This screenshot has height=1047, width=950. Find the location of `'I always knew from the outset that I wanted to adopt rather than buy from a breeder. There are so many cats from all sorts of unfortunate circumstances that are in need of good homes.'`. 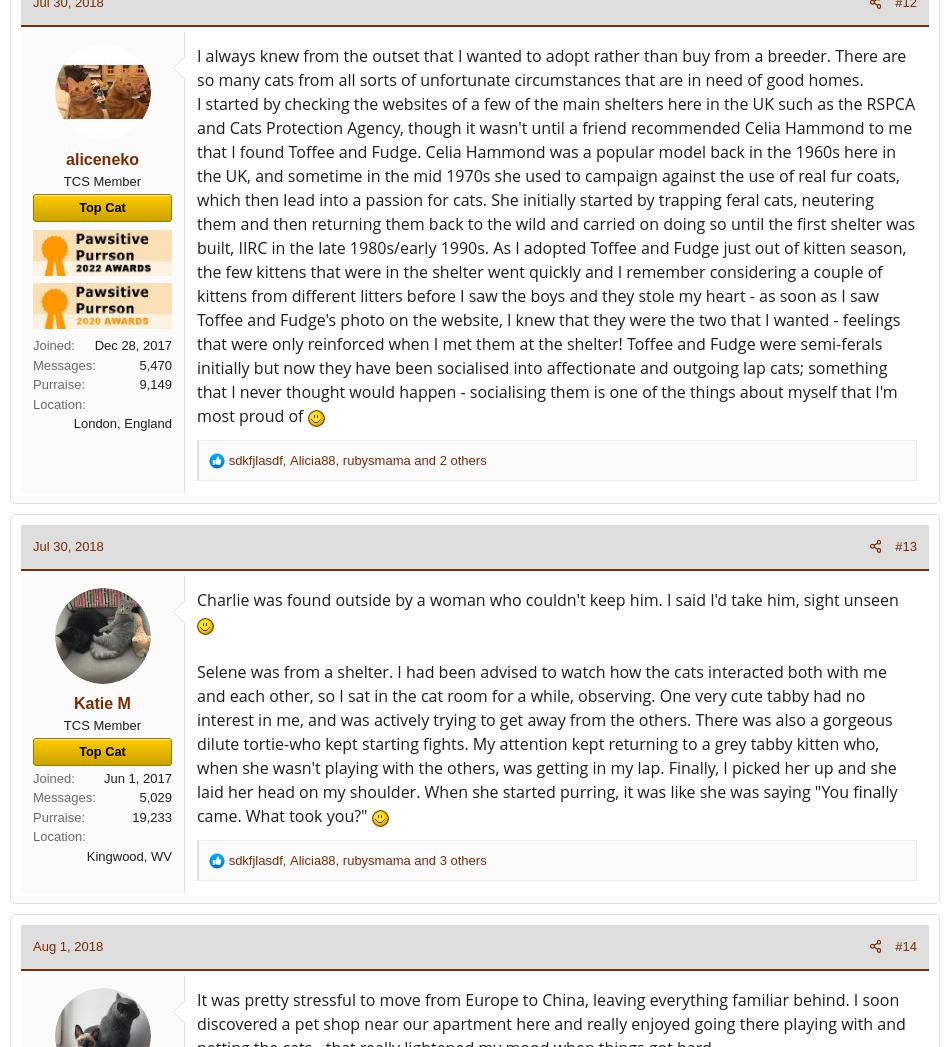

'I always knew from the outset that I wanted to adopt rather than buy from a breeder. There are so many cats from all sorts of unfortunate circumstances that are in need of good homes.' is located at coordinates (551, 67).